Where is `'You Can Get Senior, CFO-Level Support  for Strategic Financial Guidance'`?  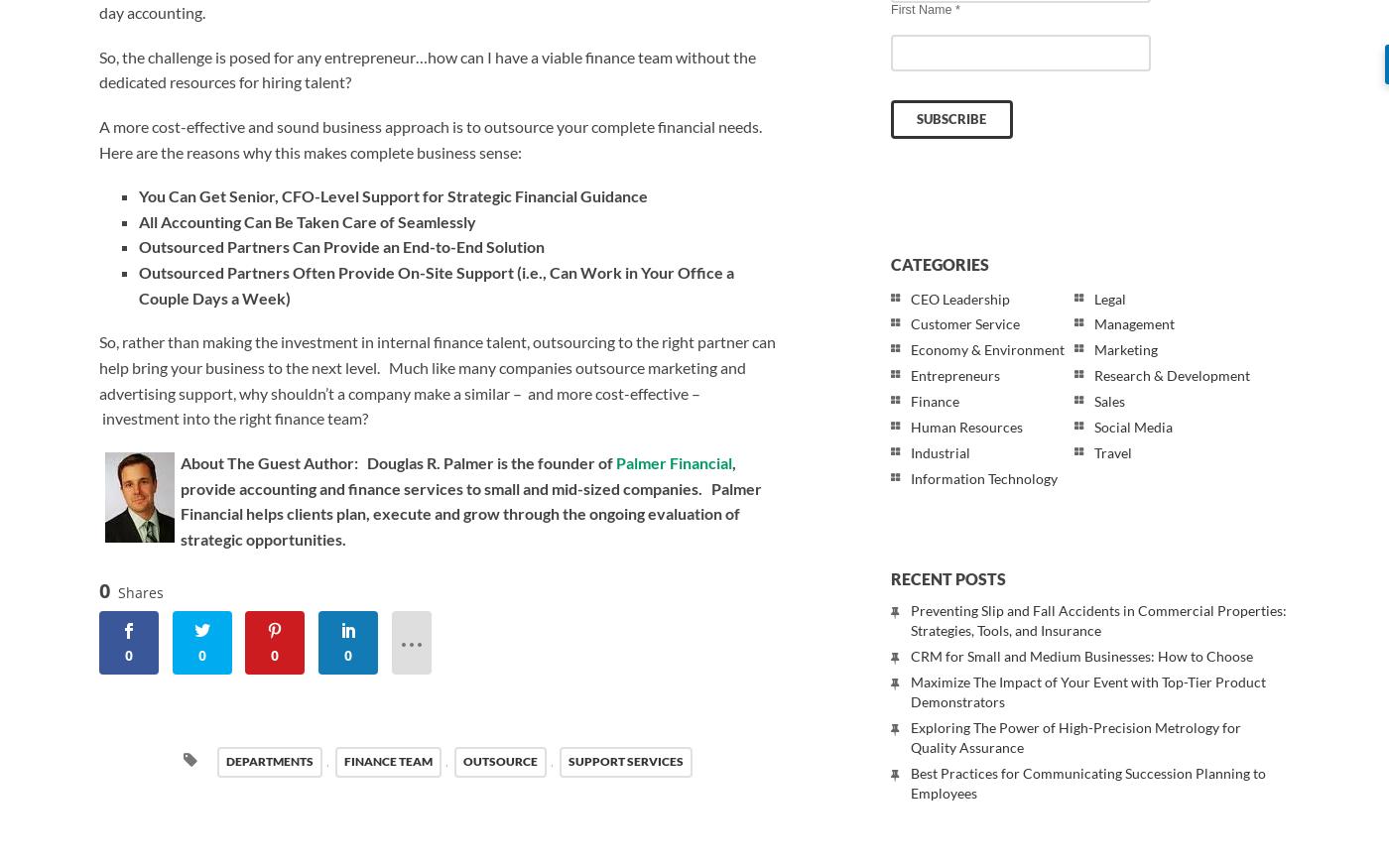 'You Can Get Senior, CFO-Level Support  for Strategic Financial Guidance' is located at coordinates (139, 195).